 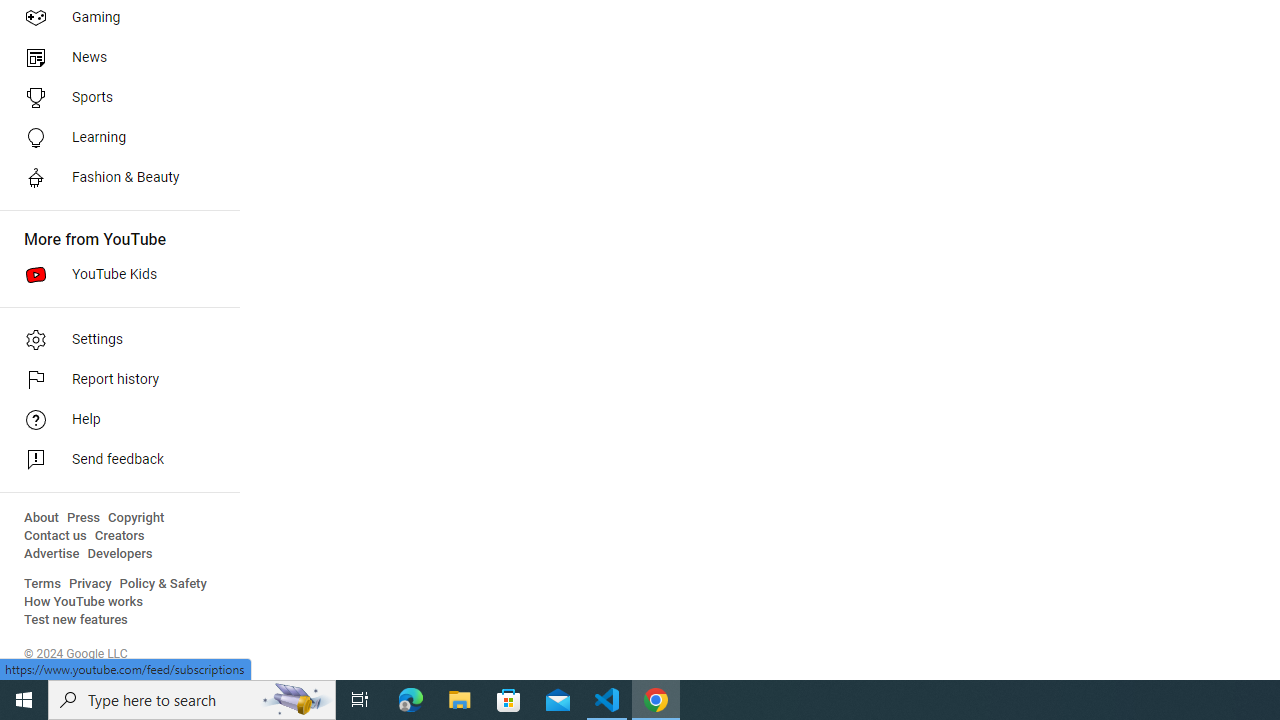 What do you see at coordinates (82, 517) in the screenshot?
I see `'Press'` at bounding box center [82, 517].